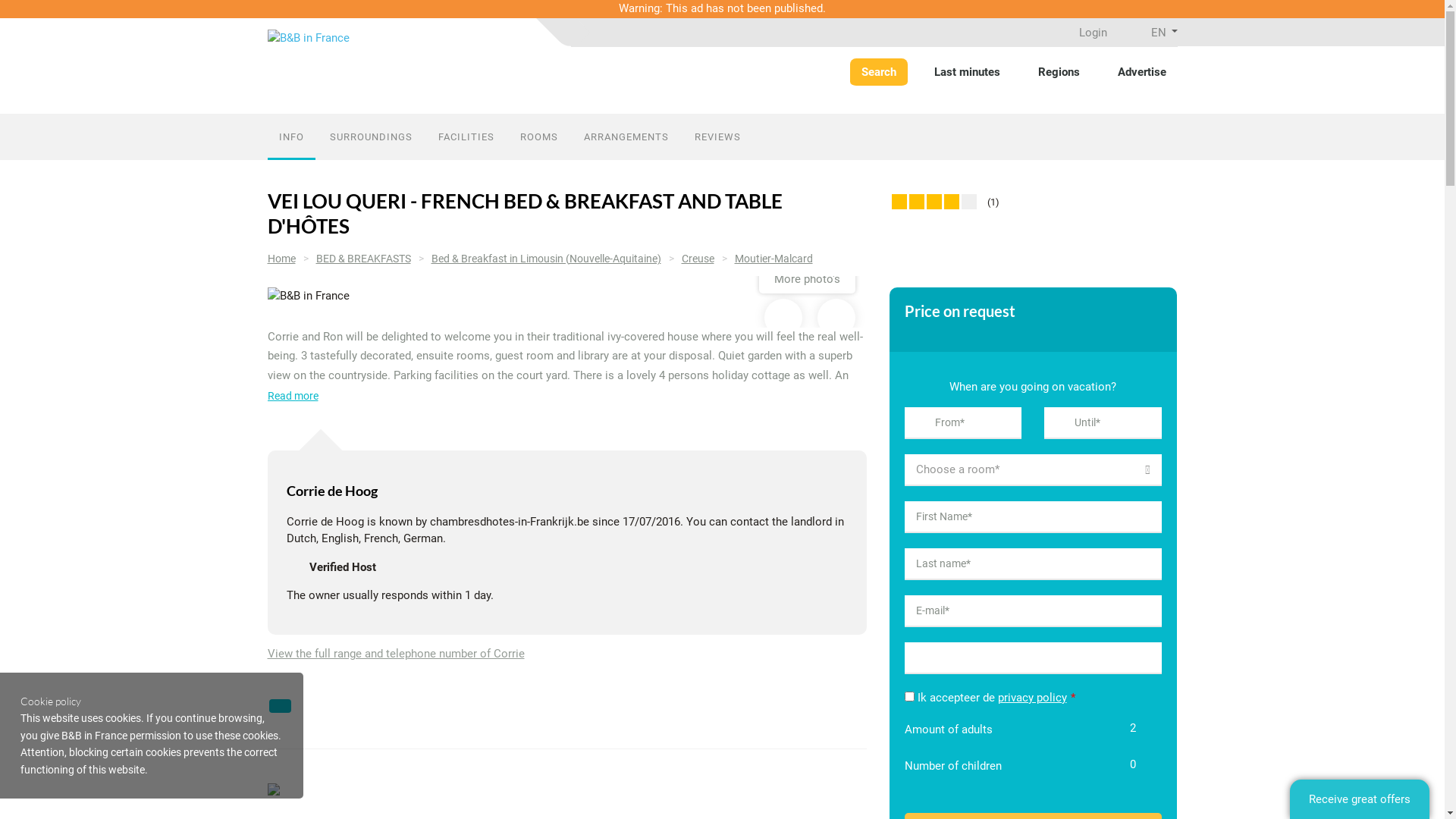 Image resolution: width=1456 pixels, height=819 pixels. Describe the element at coordinates (805, 279) in the screenshot. I see `'More photo's'` at that location.